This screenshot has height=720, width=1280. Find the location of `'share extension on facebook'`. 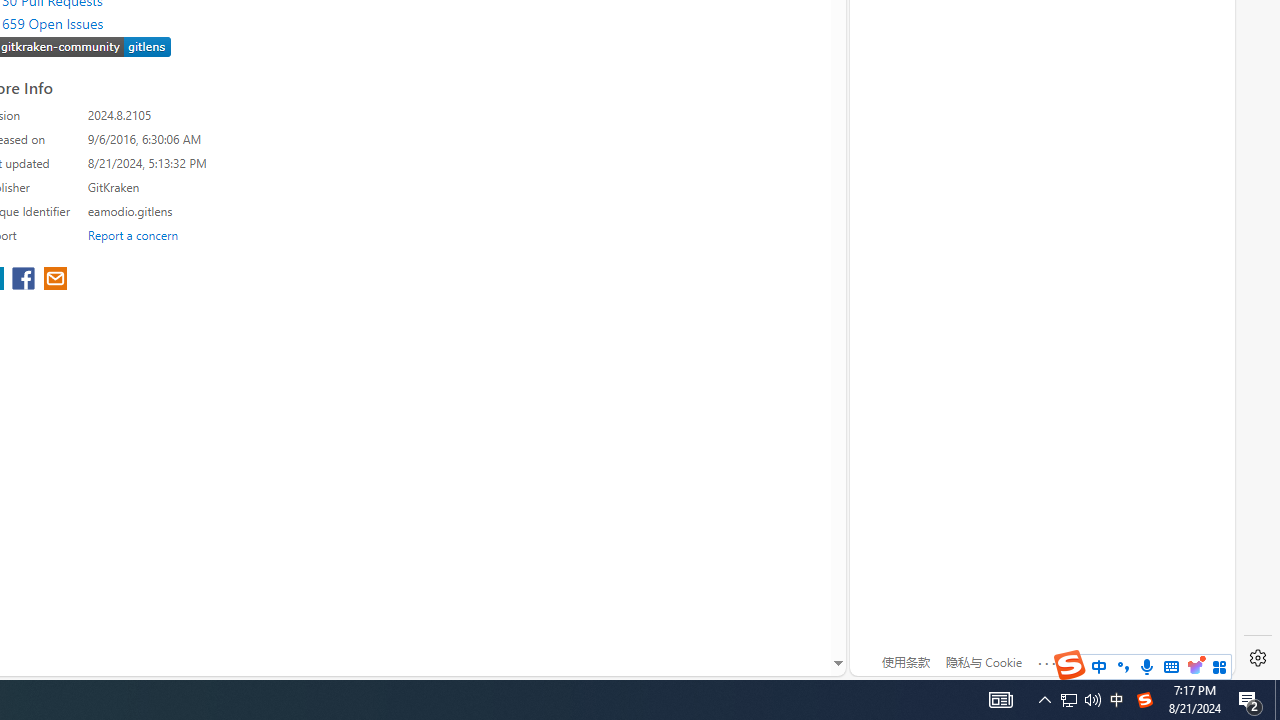

'share extension on facebook' is located at coordinates (26, 280).